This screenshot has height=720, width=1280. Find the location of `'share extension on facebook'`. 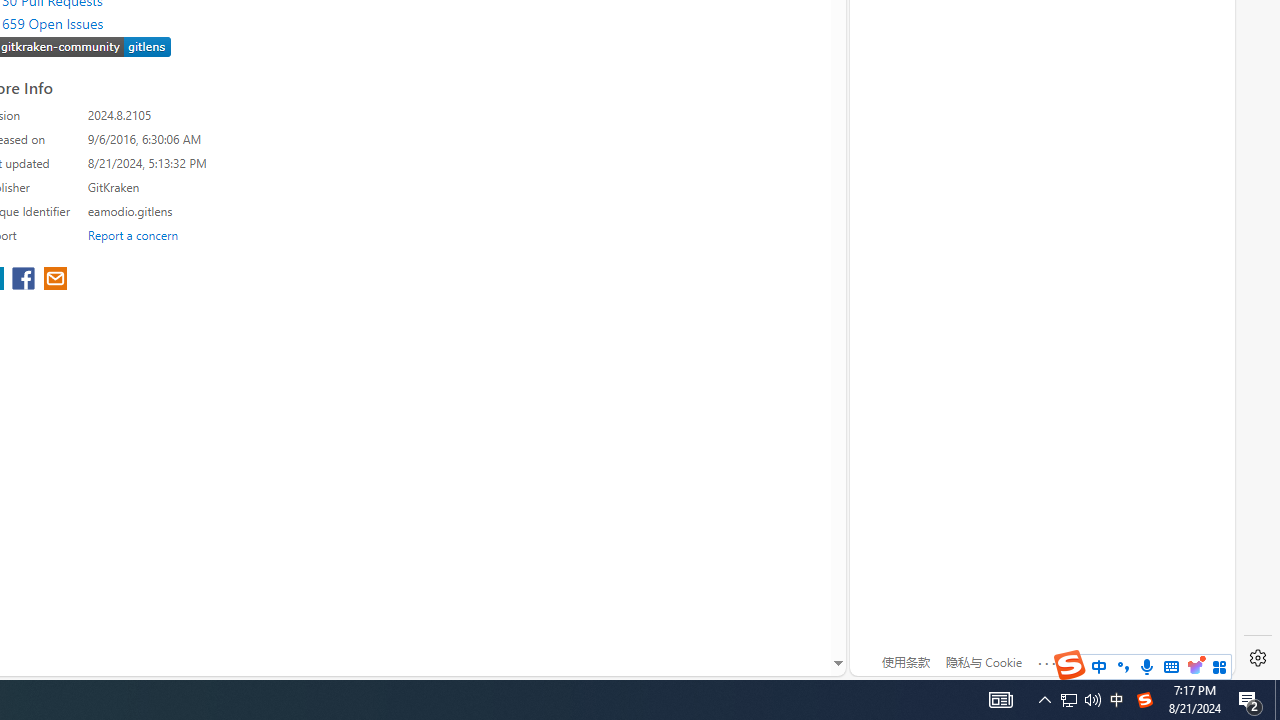

'share extension on facebook' is located at coordinates (26, 280).